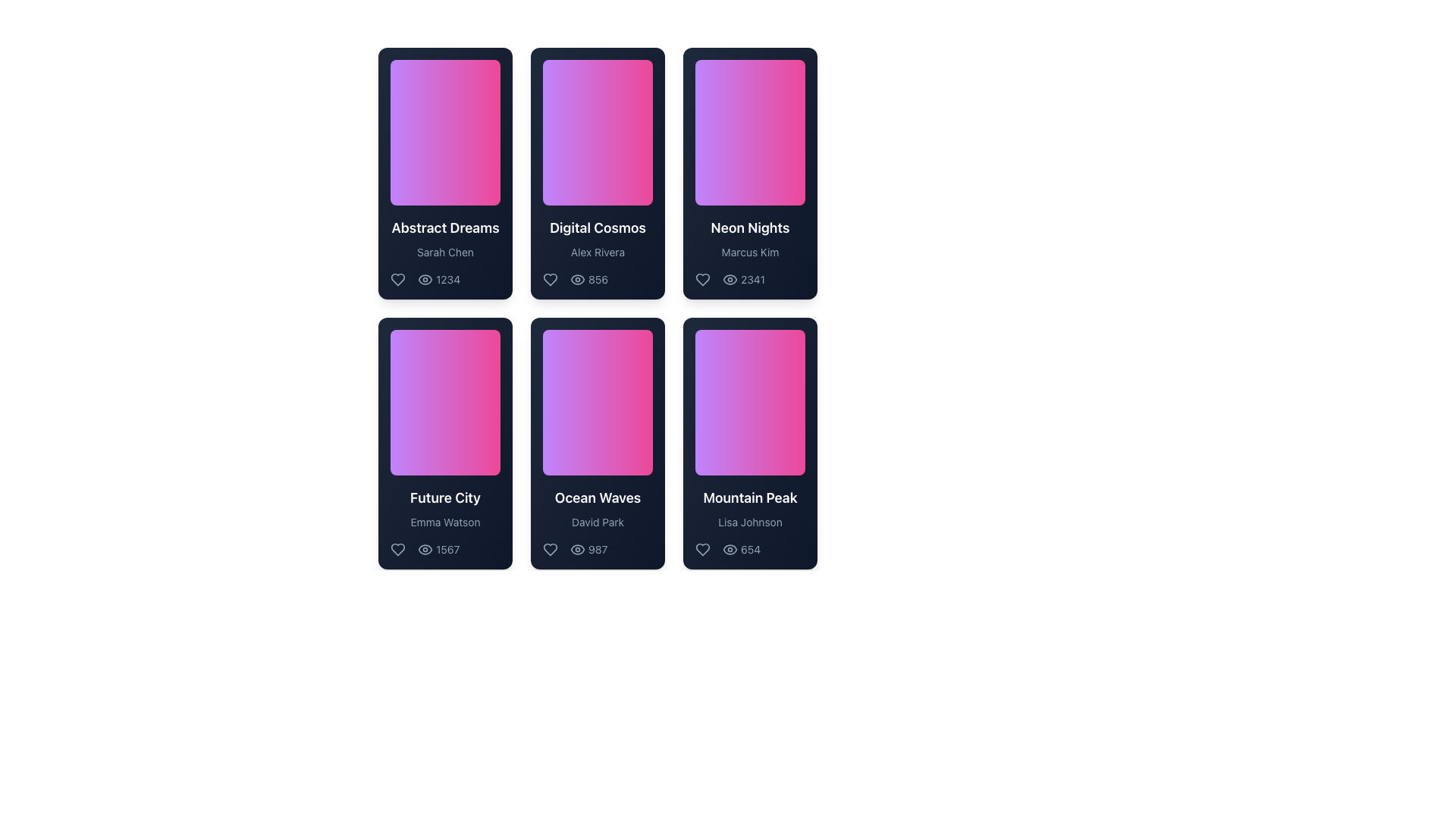 This screenshot has height=819, width=1456. Describe the element at coordinates (597, 550) in the screenshot. I see `the text label indicating the number of views located at the bottom center of the 'Ocean Waves' card by 'David Park' to interact with the tooltip if it exists` at that location.